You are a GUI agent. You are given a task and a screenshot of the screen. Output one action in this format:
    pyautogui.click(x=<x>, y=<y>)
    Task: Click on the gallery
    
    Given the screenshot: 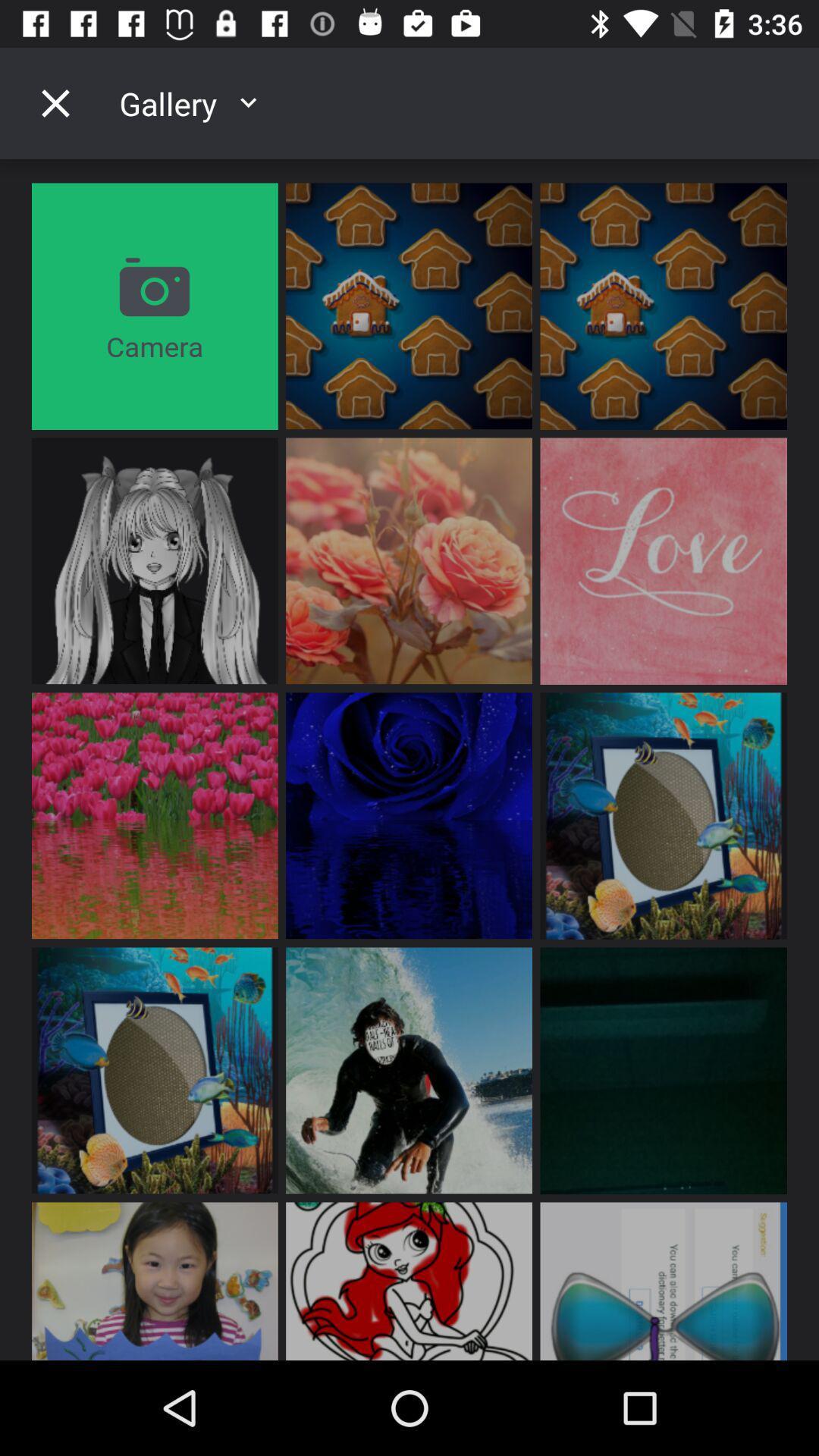 What is the action you would take?
    pyautogui.click(x=55, y=102)
    